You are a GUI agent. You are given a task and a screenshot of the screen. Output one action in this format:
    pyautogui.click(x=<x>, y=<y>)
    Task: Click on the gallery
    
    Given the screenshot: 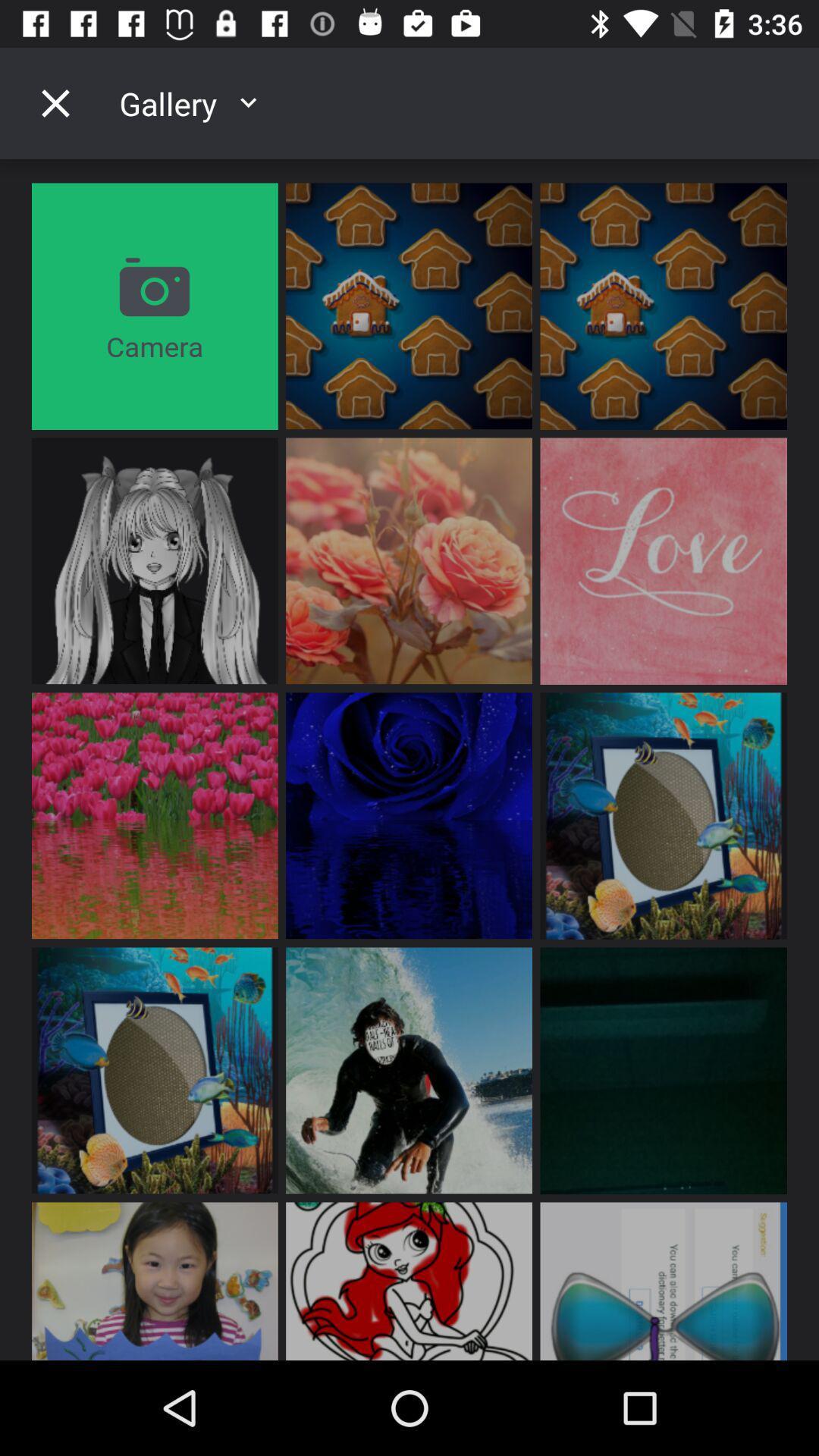 What is the action you would take?
    pyautogui.click(x=55, y=102)
    